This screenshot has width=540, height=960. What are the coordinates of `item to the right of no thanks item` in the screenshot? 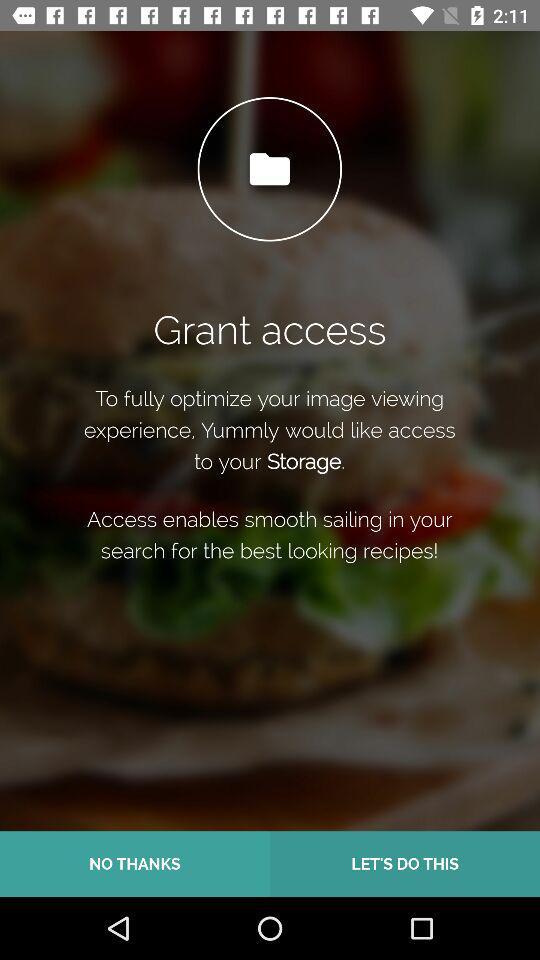 It's located at (405, 863).